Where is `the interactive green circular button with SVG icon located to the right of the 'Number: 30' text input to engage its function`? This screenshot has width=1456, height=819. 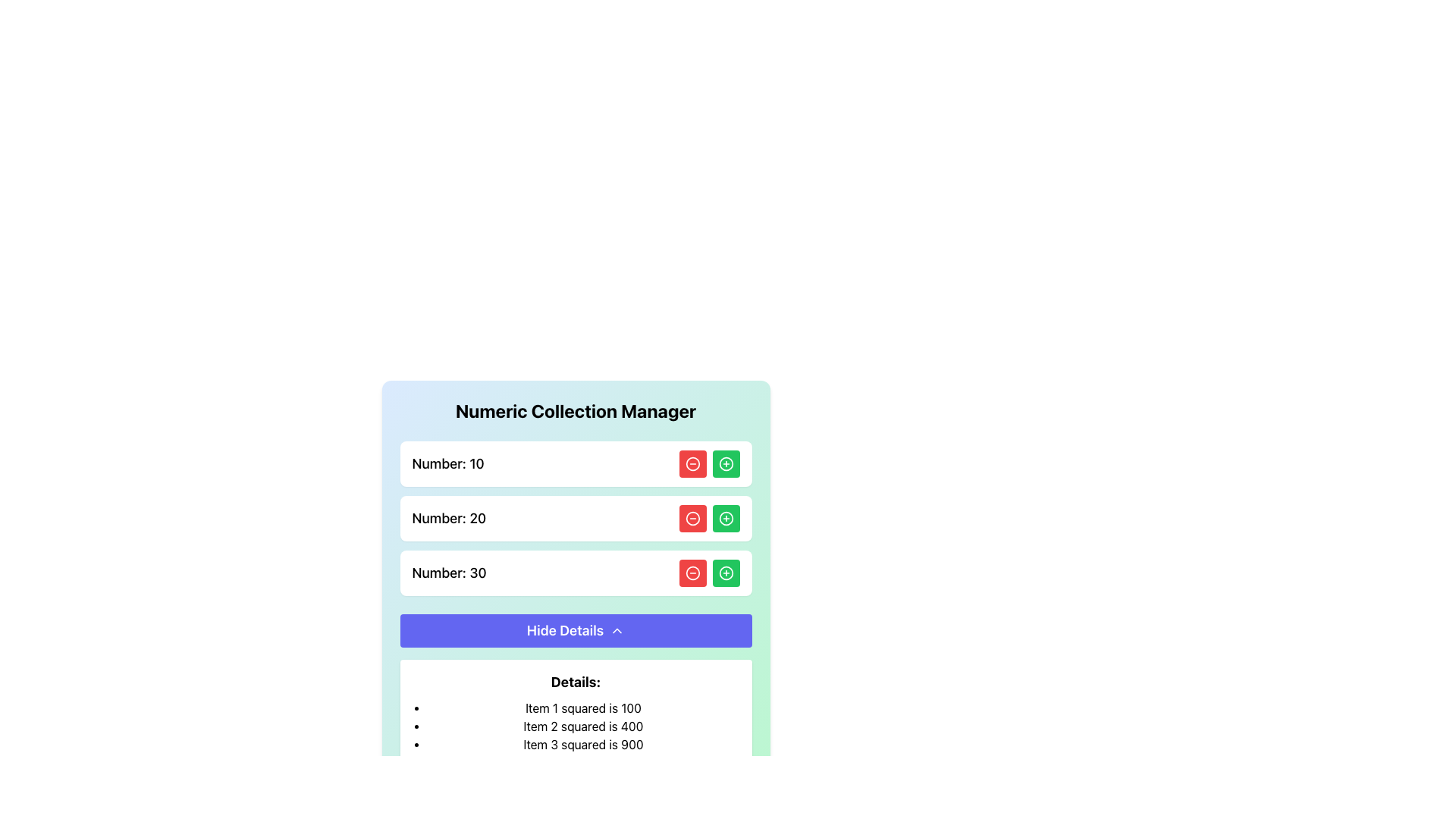
the interactive green circular button with SVG icon located to the right of the 'Number: 30' text input to engage its function is located at coordinates (725, 463).